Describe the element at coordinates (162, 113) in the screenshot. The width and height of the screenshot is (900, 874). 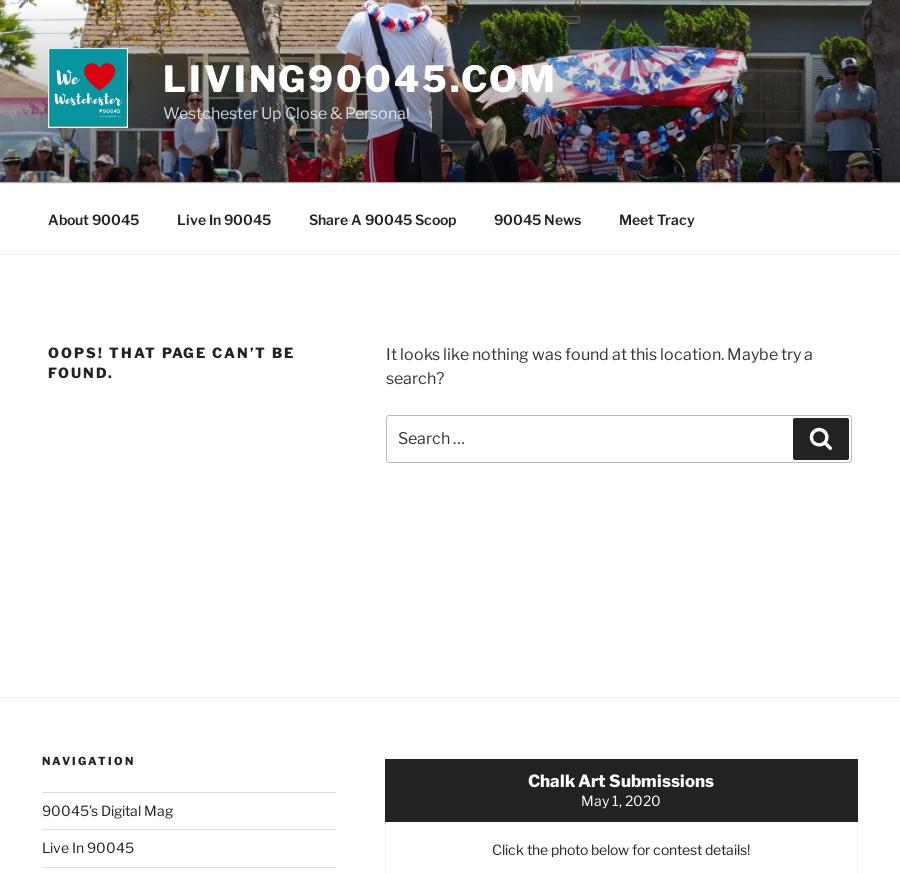
I see `'Westchester Up Close & Personal'` at that location.